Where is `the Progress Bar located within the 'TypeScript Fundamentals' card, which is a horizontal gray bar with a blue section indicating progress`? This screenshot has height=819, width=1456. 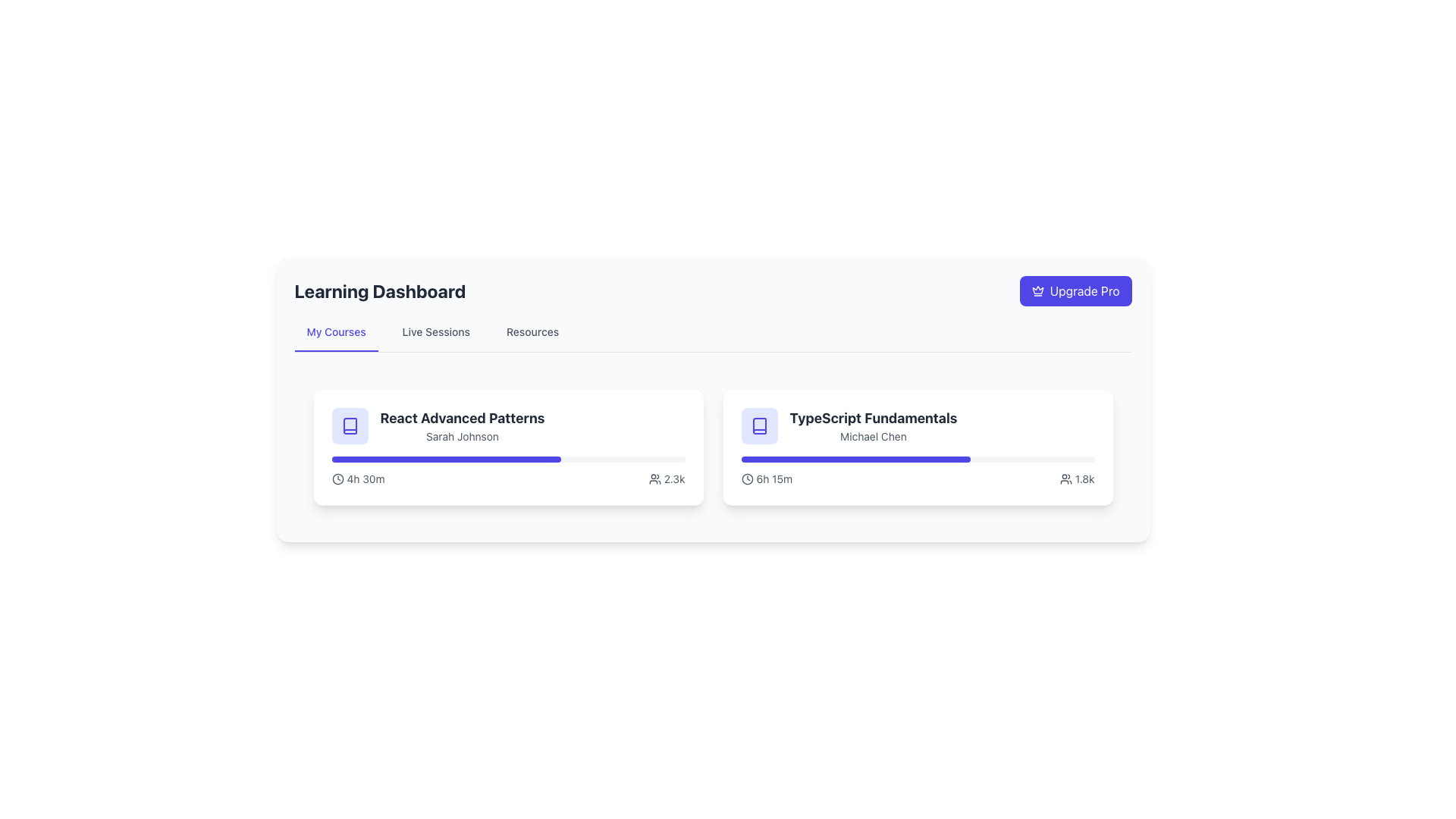
the Progress Bar located within the 'TypeScript Fundamentals' card, which is a horizontal gray bar with a blue section indicating progress is located at coordinates (917, 458).